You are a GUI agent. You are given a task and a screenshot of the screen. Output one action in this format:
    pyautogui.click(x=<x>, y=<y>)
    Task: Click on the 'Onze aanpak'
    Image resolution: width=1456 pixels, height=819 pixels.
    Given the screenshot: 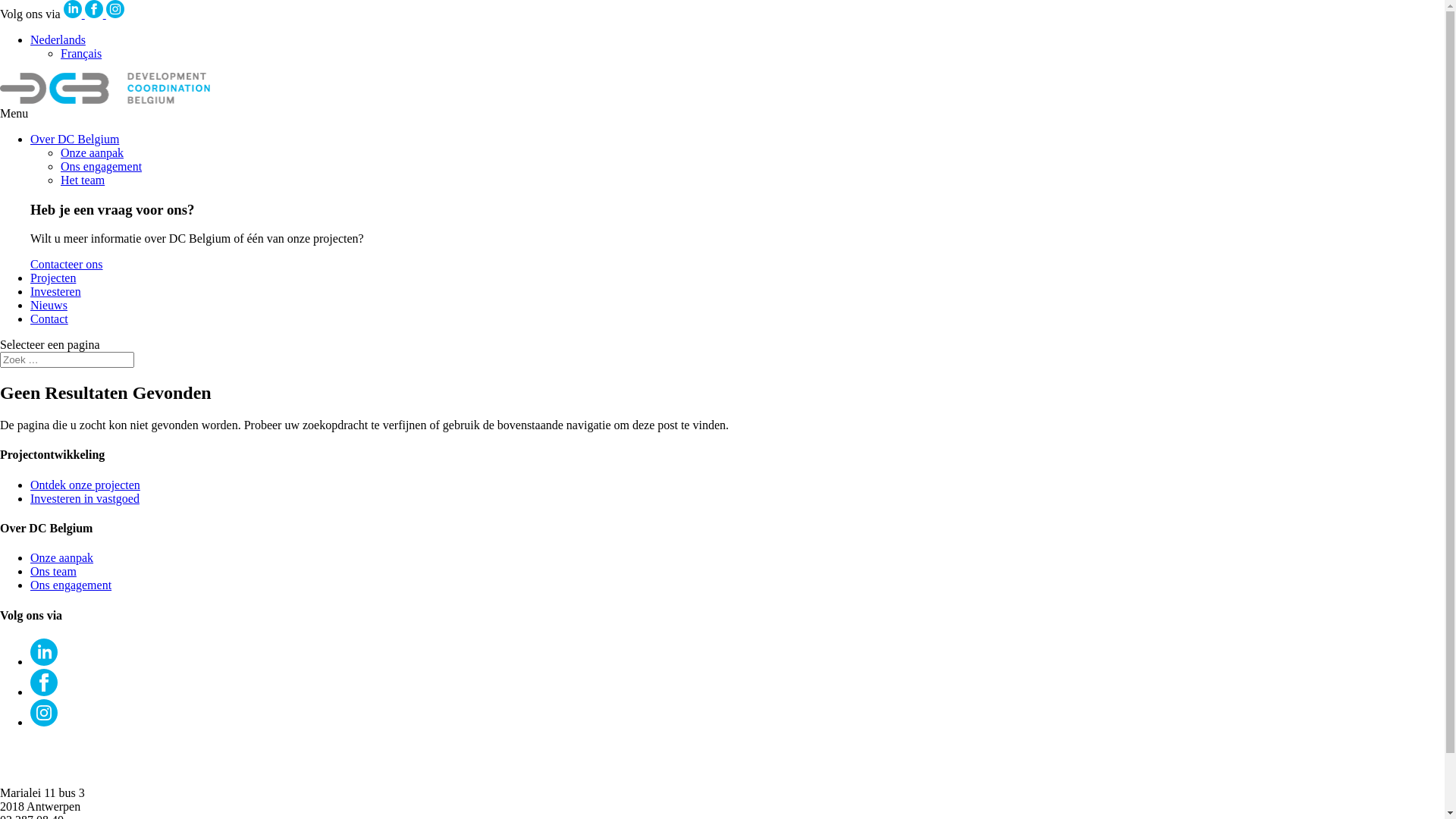 What is the action you would take?
    pyautogui.click(x=91, y=152)
    